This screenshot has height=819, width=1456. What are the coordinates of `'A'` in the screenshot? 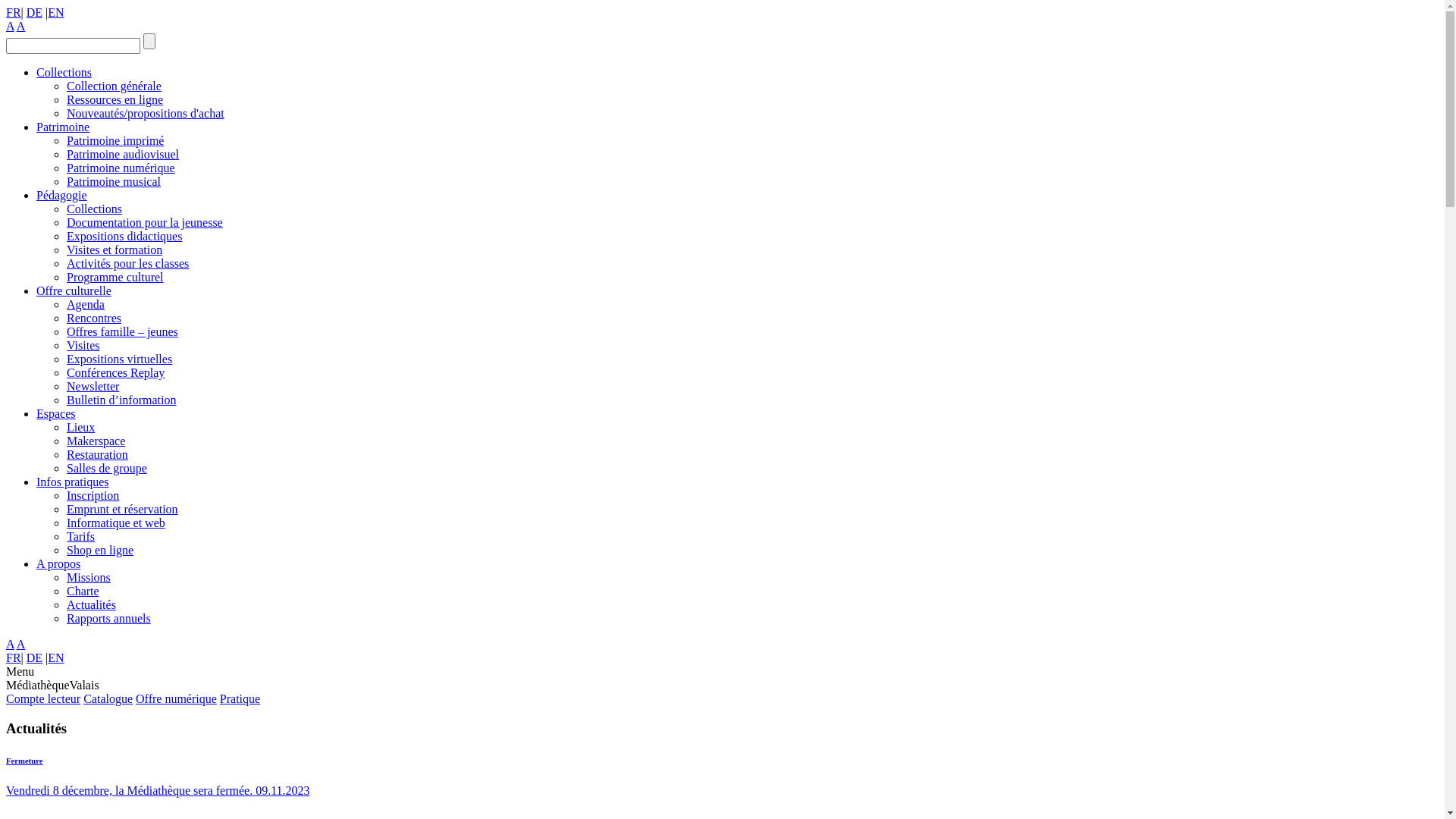 It's located at (6, 26).